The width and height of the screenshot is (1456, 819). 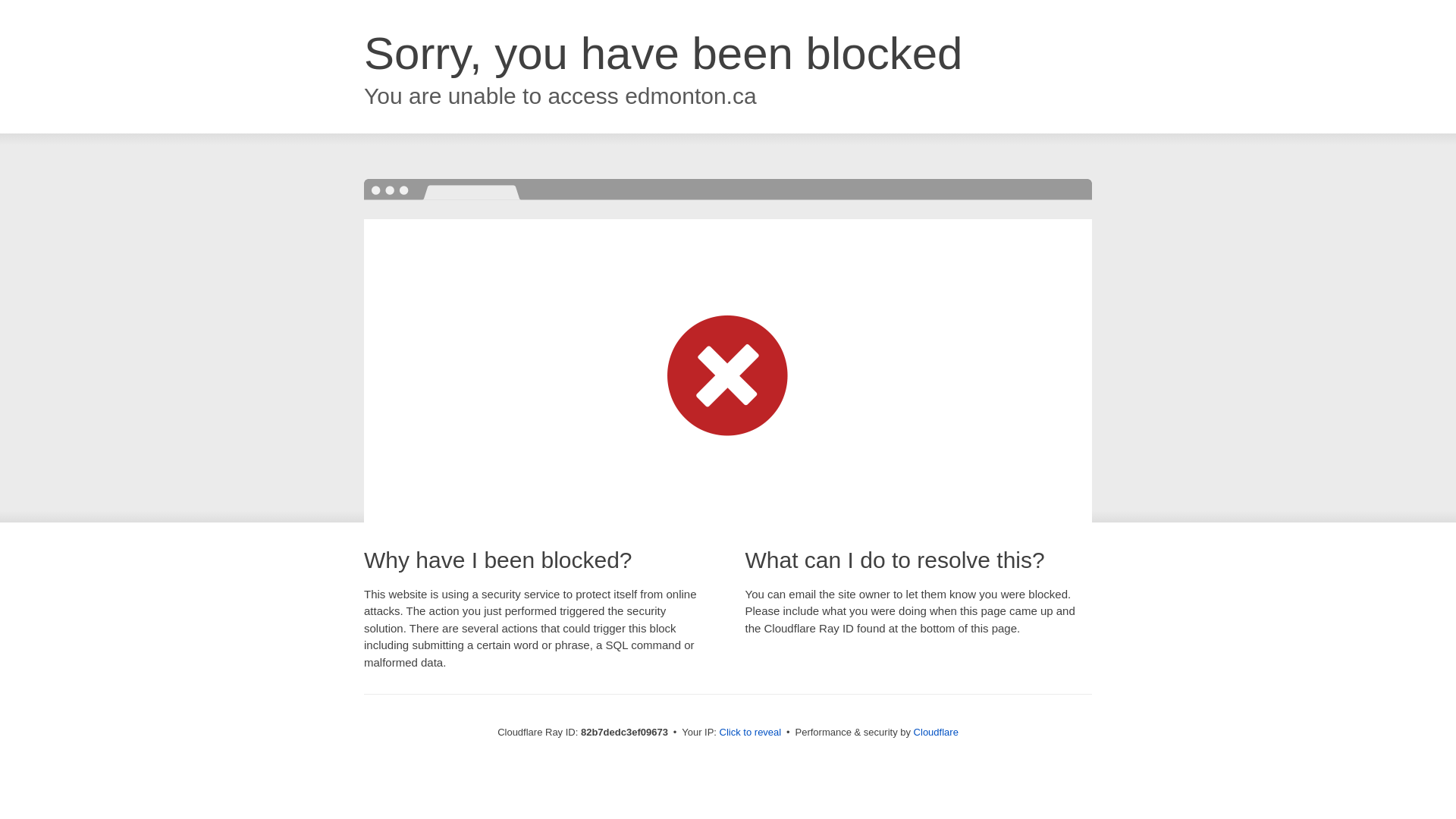 What do you see at coordinates (935, 731) in the screenshot?
I see `'Cloudflare'` at bounding box center [935, 731].